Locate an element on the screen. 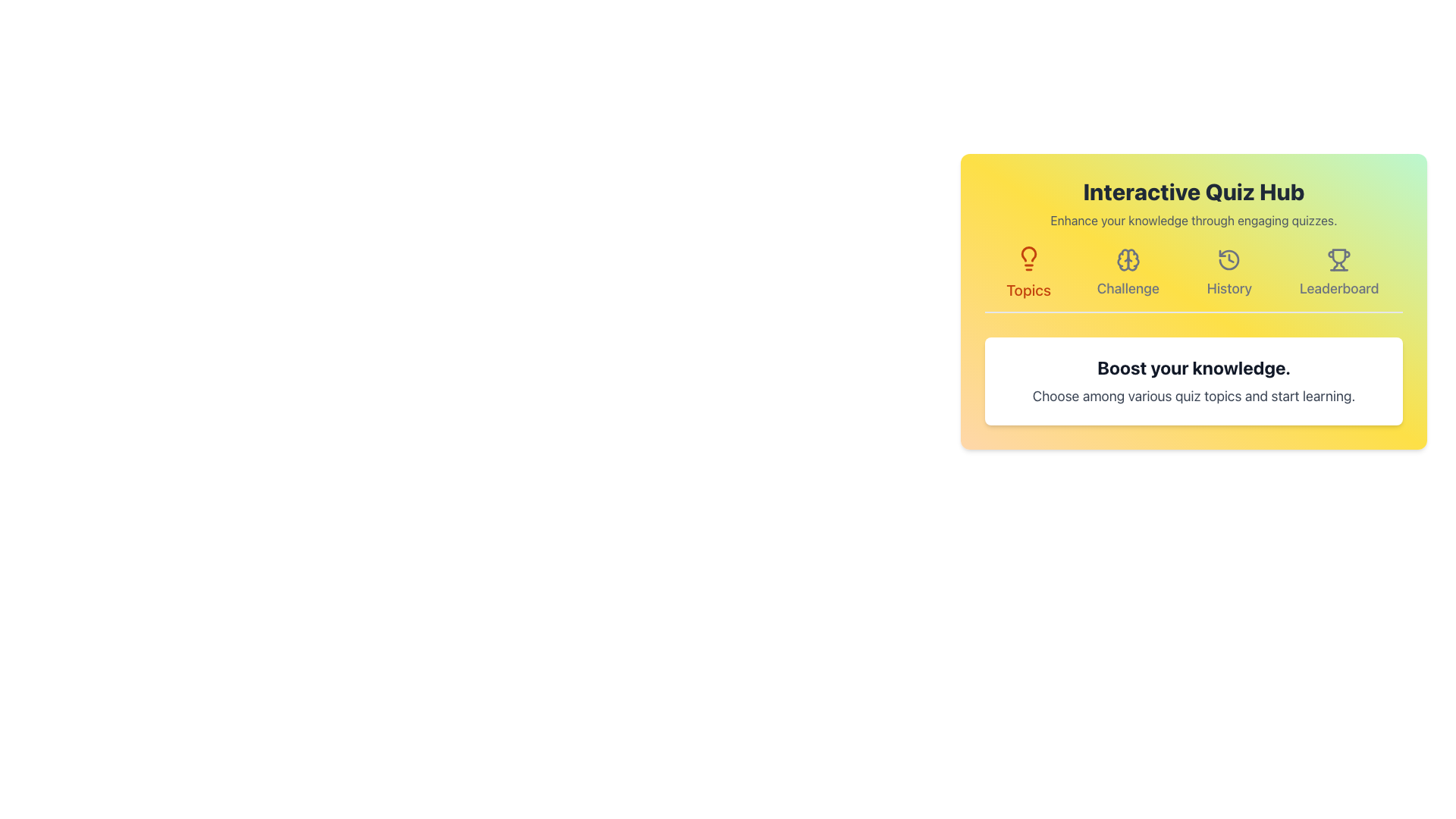 The width and height of the screenshot is (1456, 819). text block styled in medium-large gray font, located below the bold header 'Boost your knowledge.' within the right-center card is located at coordinates (1193, 396).